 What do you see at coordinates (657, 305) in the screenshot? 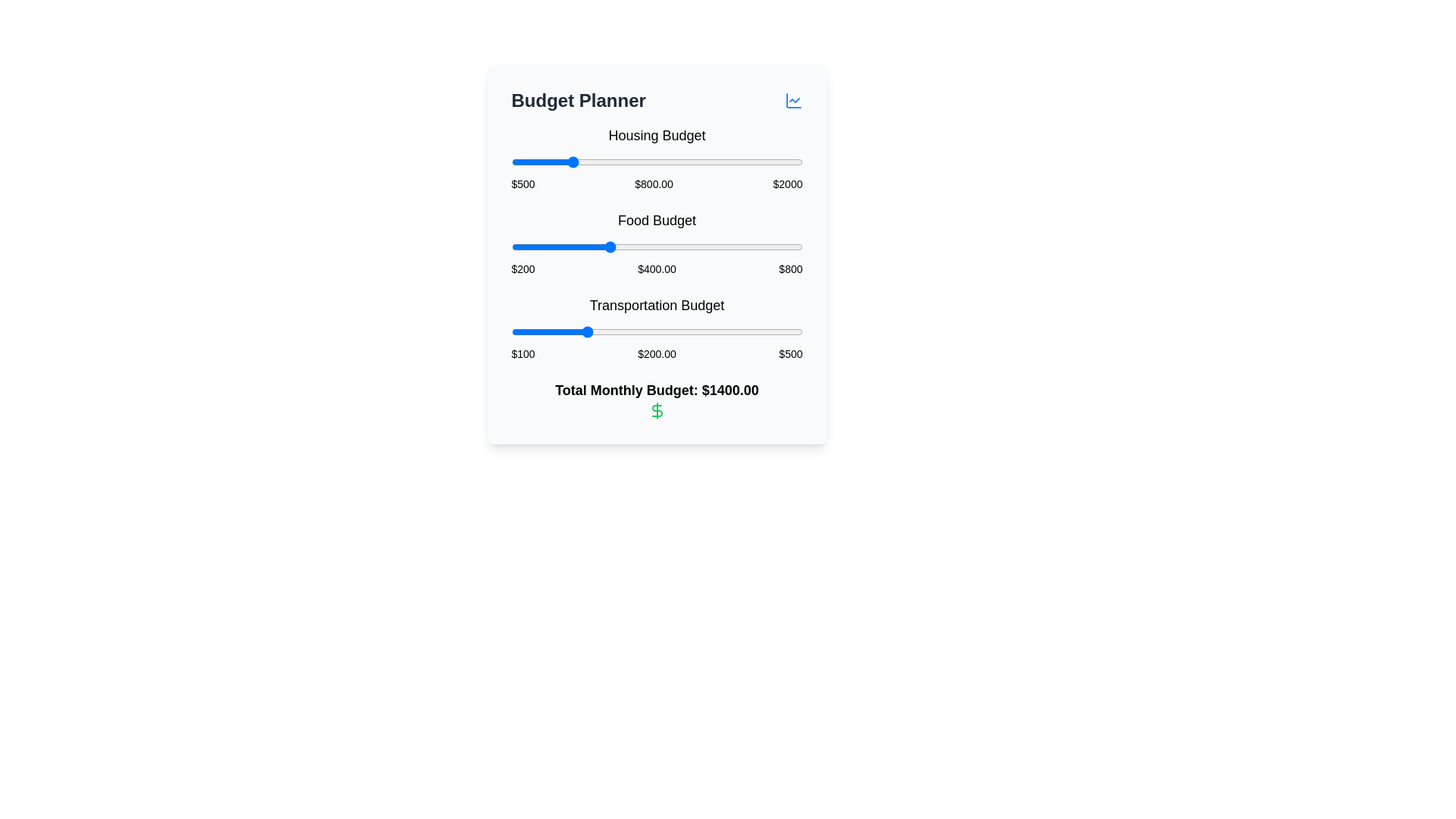
I see `the 'Transportation Budget' text label which displays the text in bold and larger font style, located above the range input element` at bounding box center [657, 305].